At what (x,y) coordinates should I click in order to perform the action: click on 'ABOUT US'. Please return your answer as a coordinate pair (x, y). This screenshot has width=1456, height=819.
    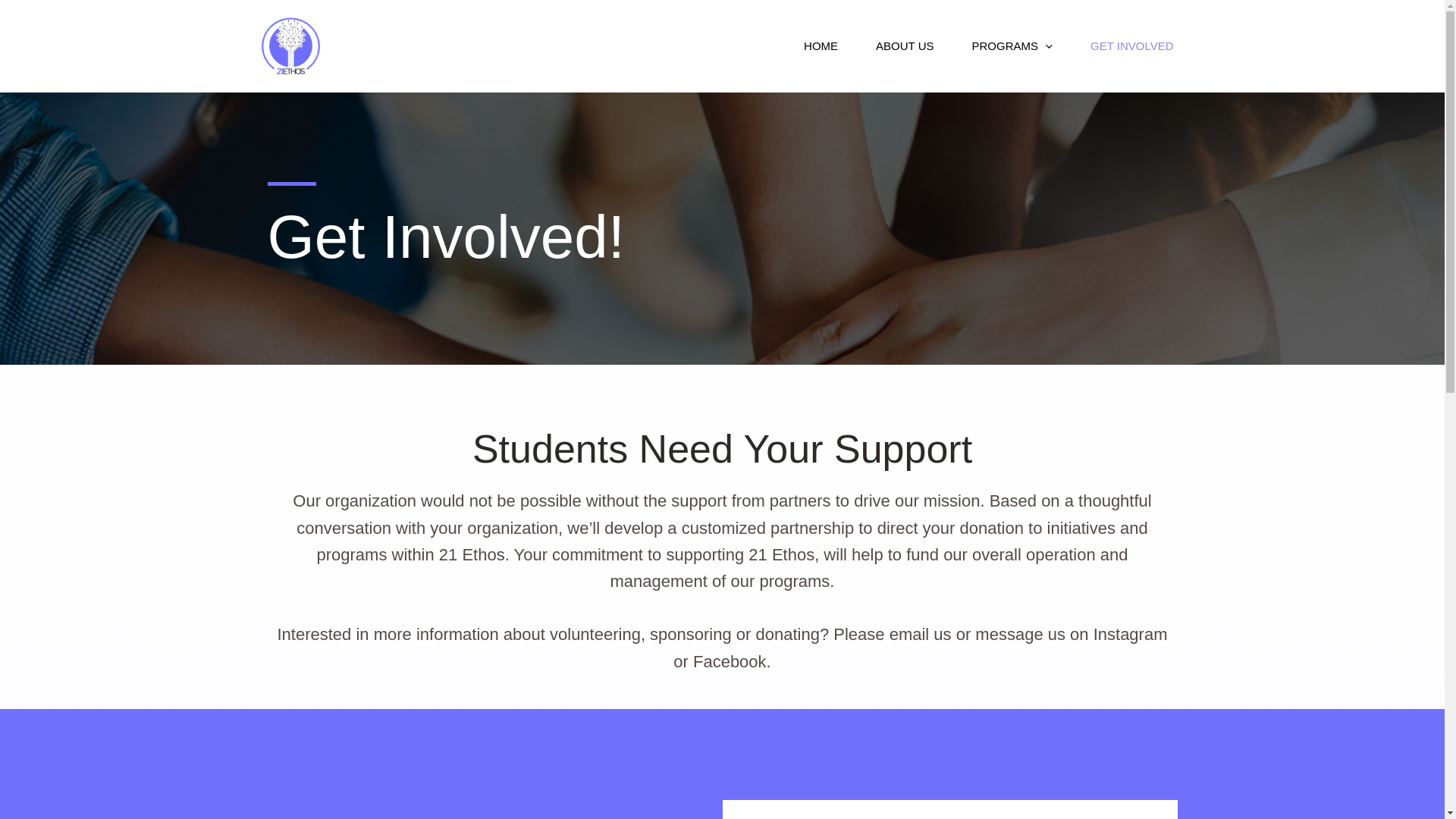
    Looking at the image, I should click on (905, 45).